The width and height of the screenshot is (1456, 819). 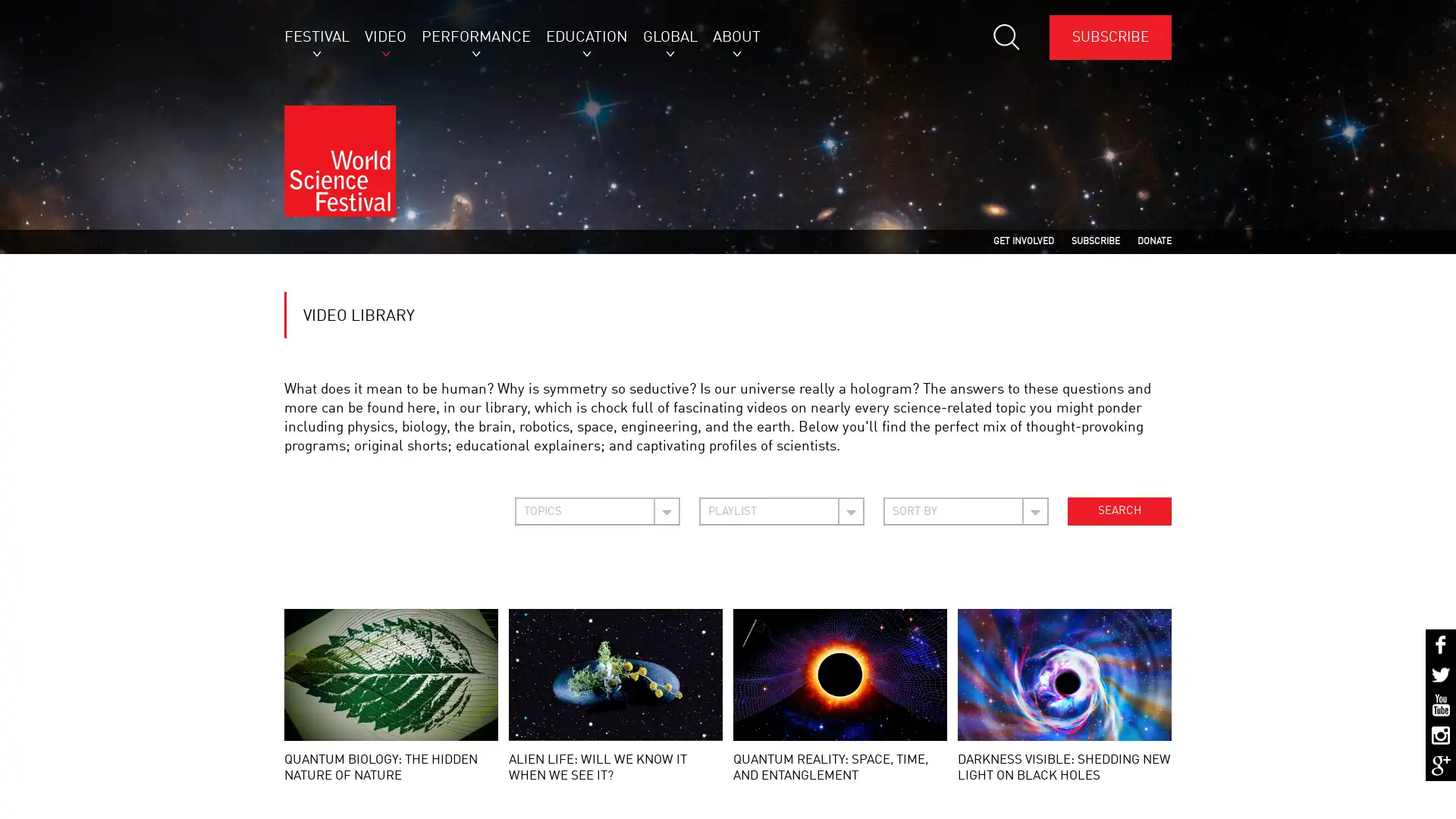 What do you see at coordinates (1119, 525) in the screenshot?
I see `Search` at bounding box center [1119, 525].